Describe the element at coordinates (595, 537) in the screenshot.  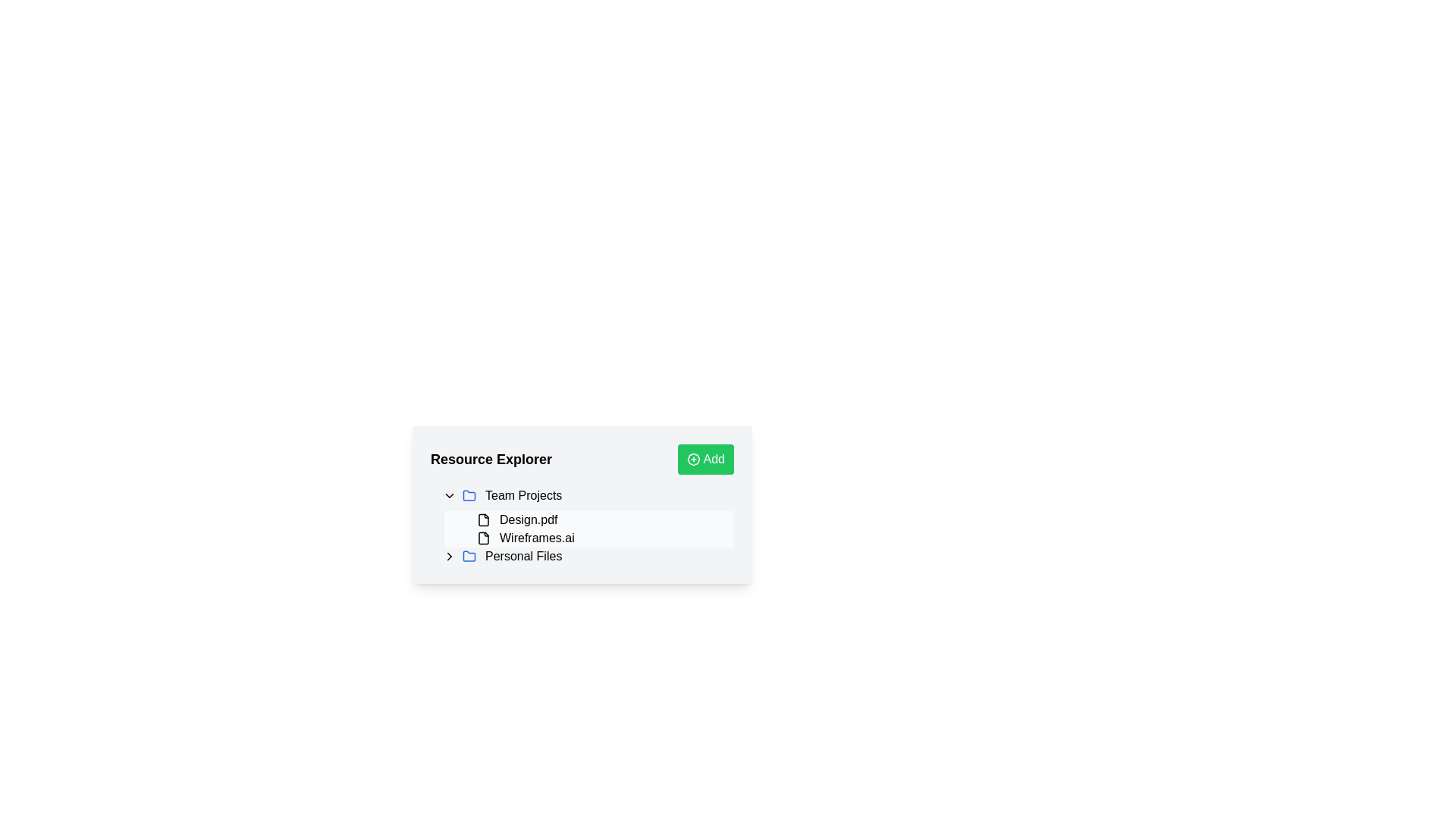
I see `the List item representing 'Wireframes.ai'` at that location.